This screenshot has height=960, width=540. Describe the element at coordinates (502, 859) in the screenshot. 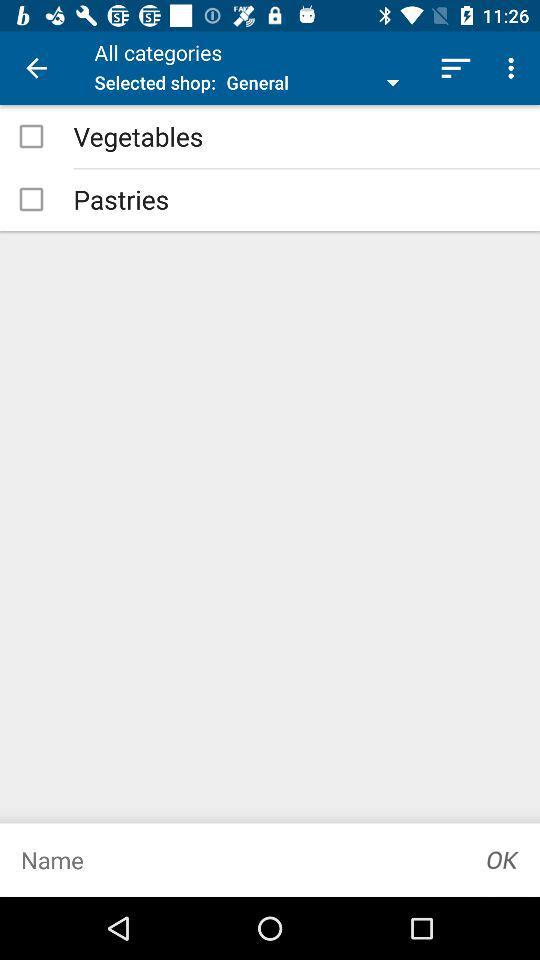

I see `submit entries` at that location.